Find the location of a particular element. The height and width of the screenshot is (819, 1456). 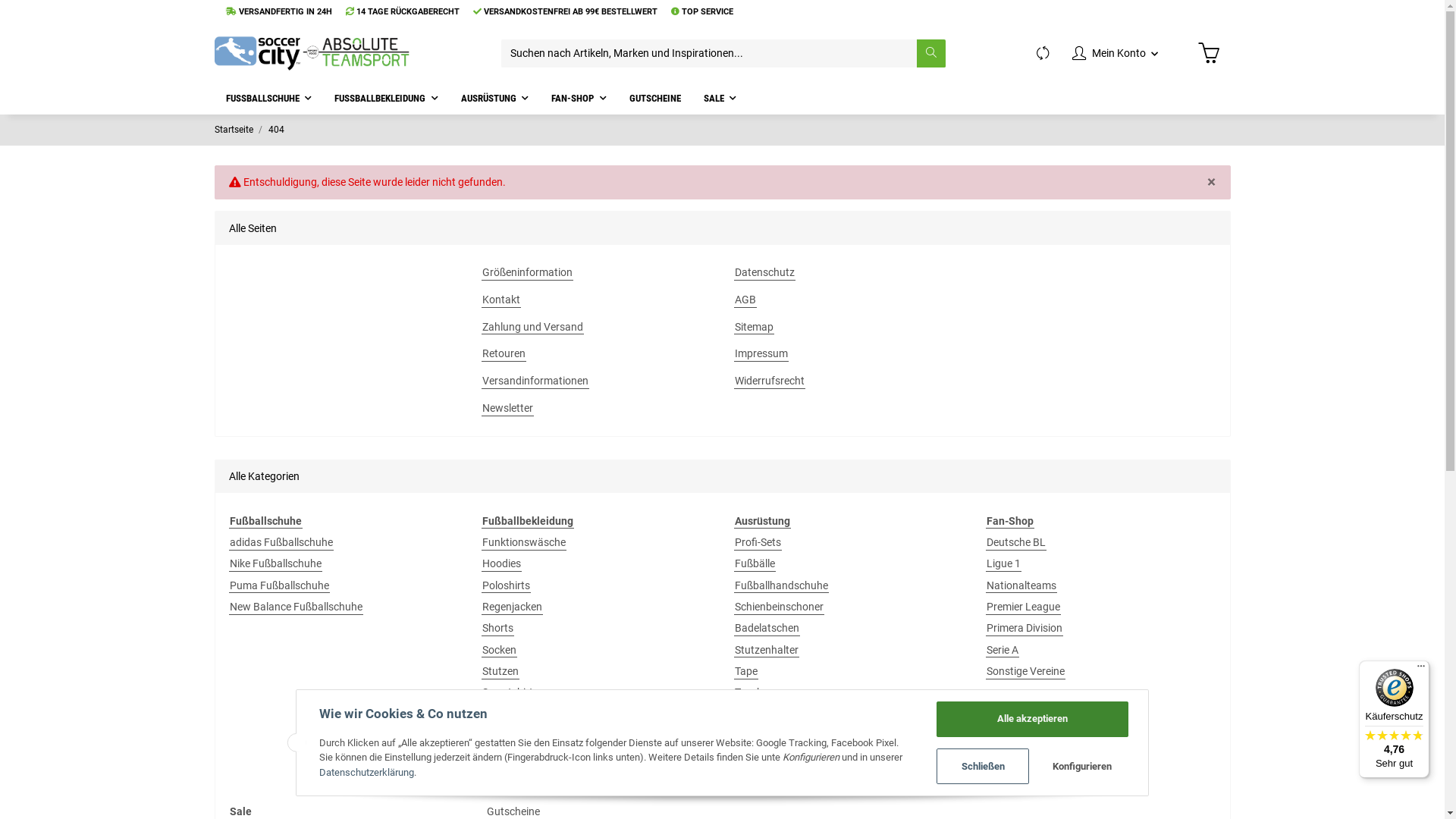

'Schienbeinschoner' is located at coordinates (779, 606).